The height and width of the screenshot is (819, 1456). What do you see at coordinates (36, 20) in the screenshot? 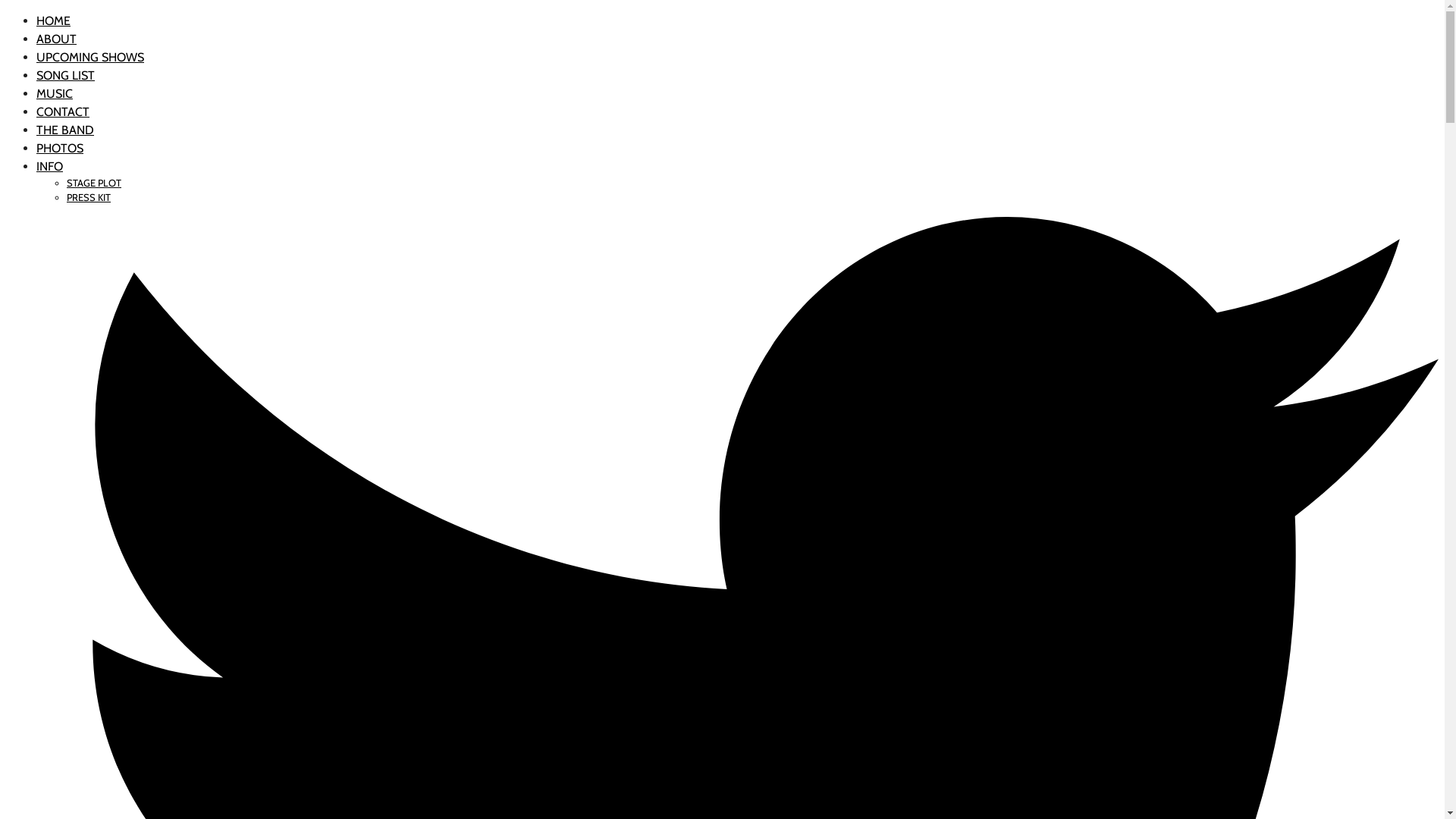
I see `'HOME'` at bounding box center [36, 20].